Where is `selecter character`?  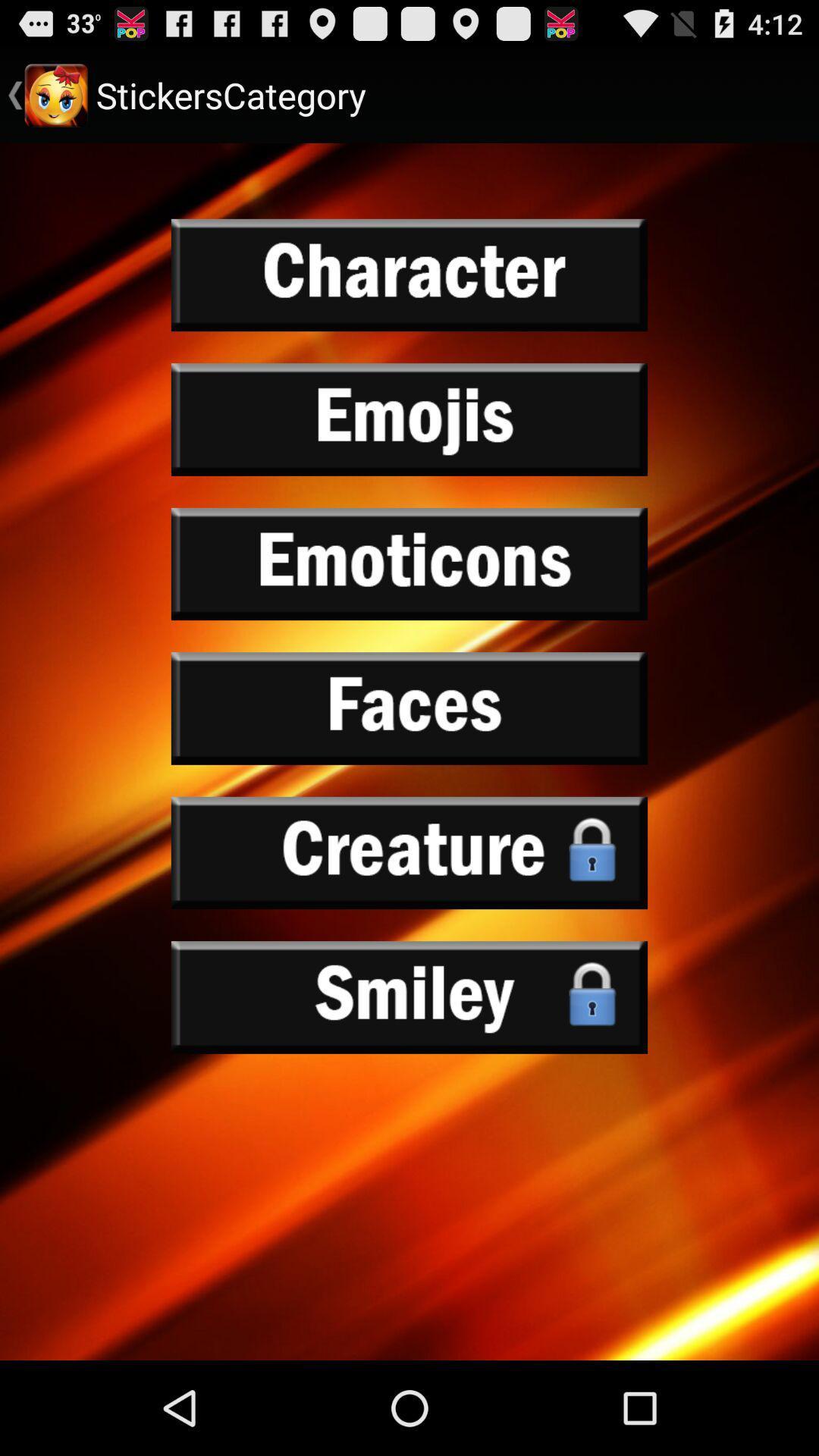 selecter character is located at coordinates (409, 275).